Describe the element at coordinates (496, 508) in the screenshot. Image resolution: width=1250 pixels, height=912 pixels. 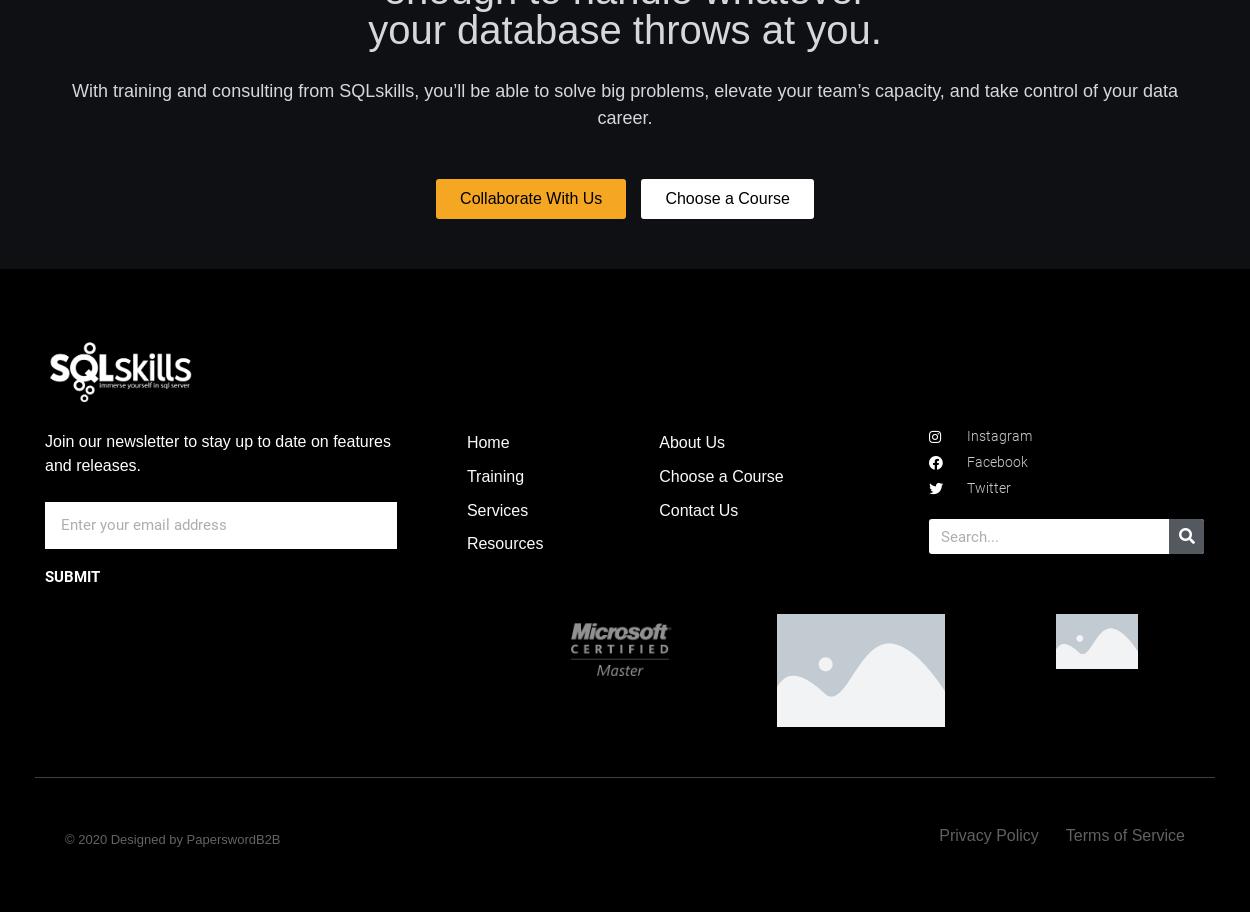
I see `'Services'` at that location.